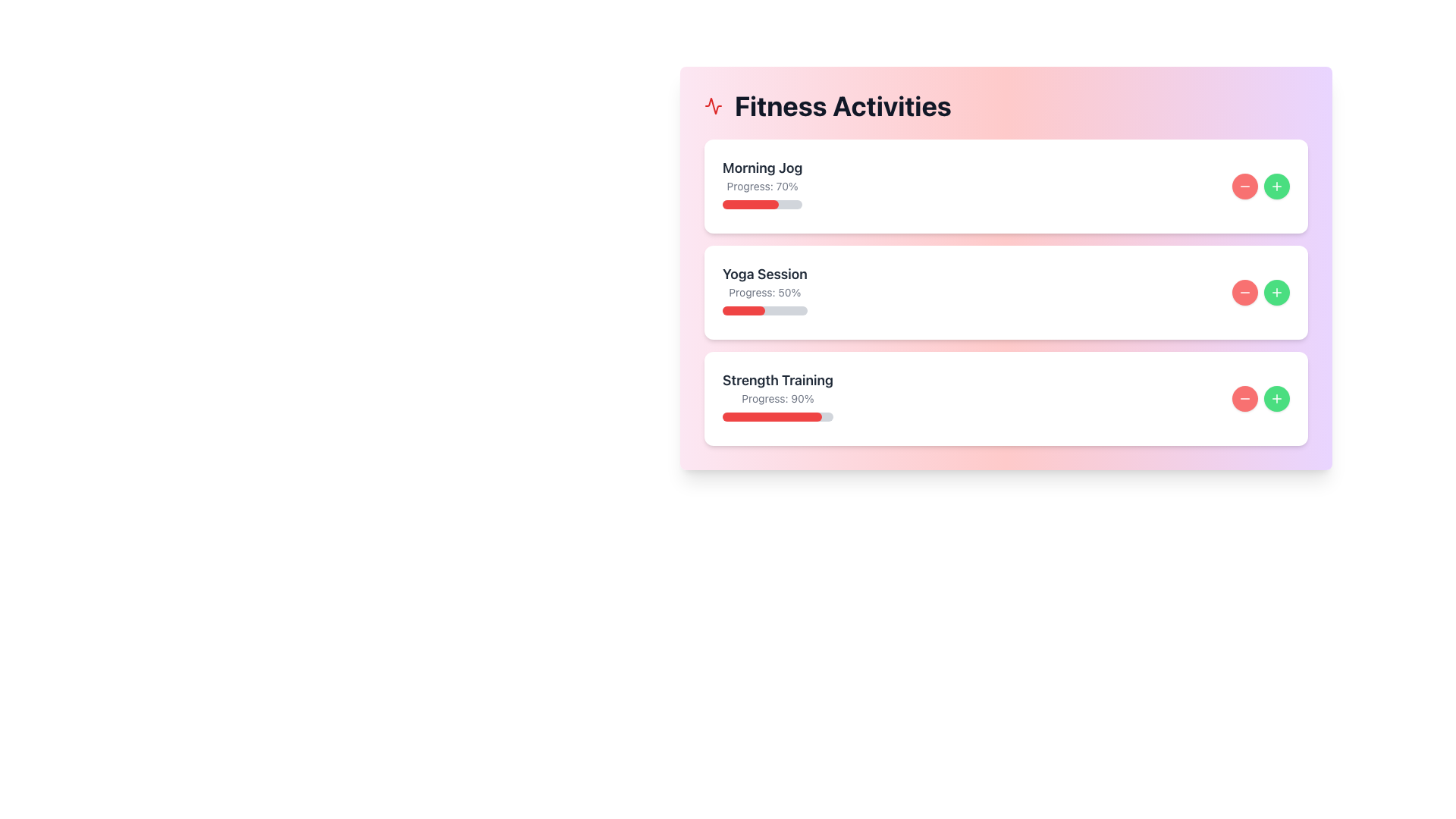 The height and width of the screenshot is (819, 1456). I want to click on the second button in the pair of buttons located at the rightmost end of the top activity section, so click(1276, 186).